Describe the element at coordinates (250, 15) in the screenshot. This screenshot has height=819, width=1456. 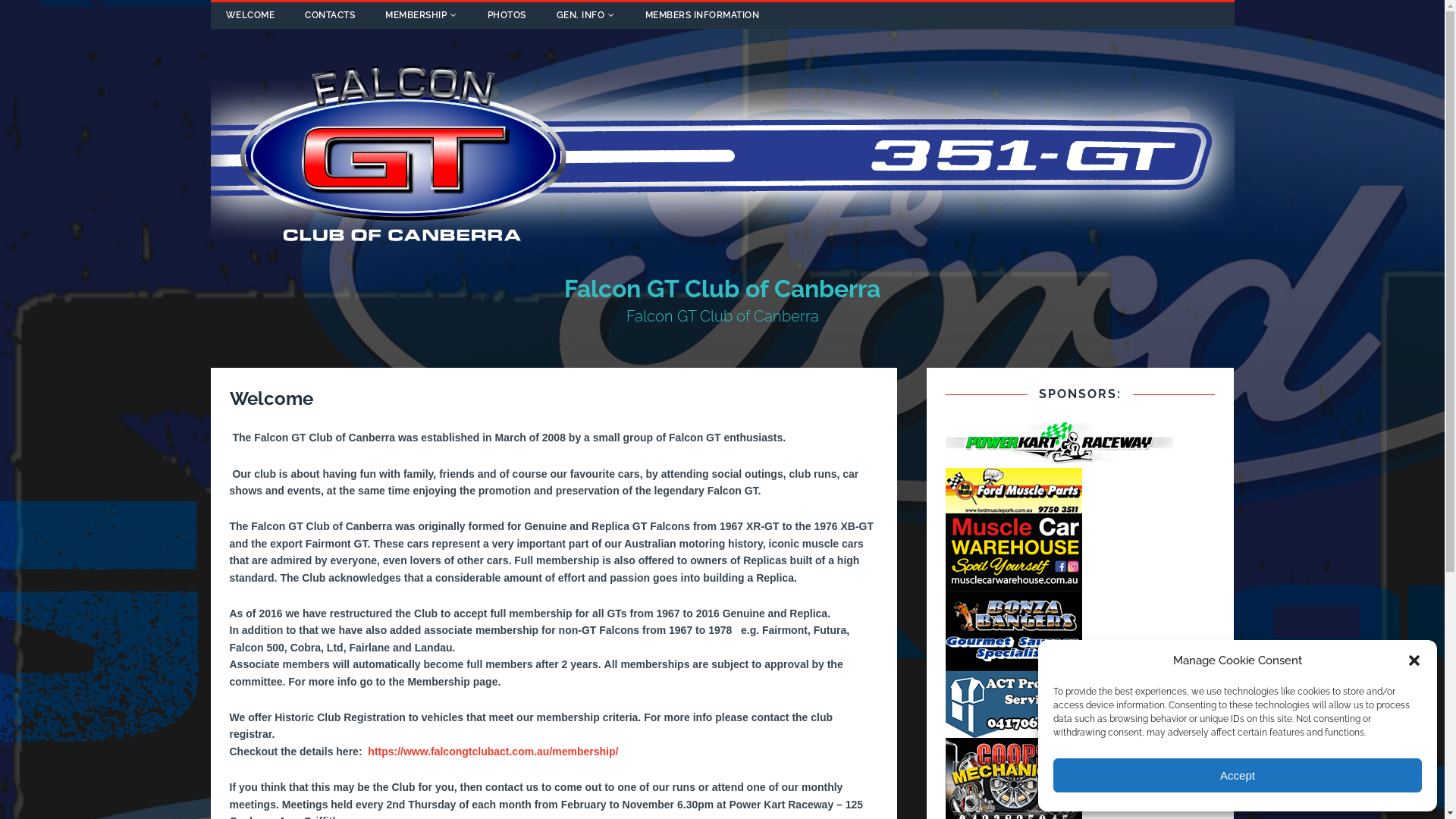
I see `'WELCOME'` at that location.